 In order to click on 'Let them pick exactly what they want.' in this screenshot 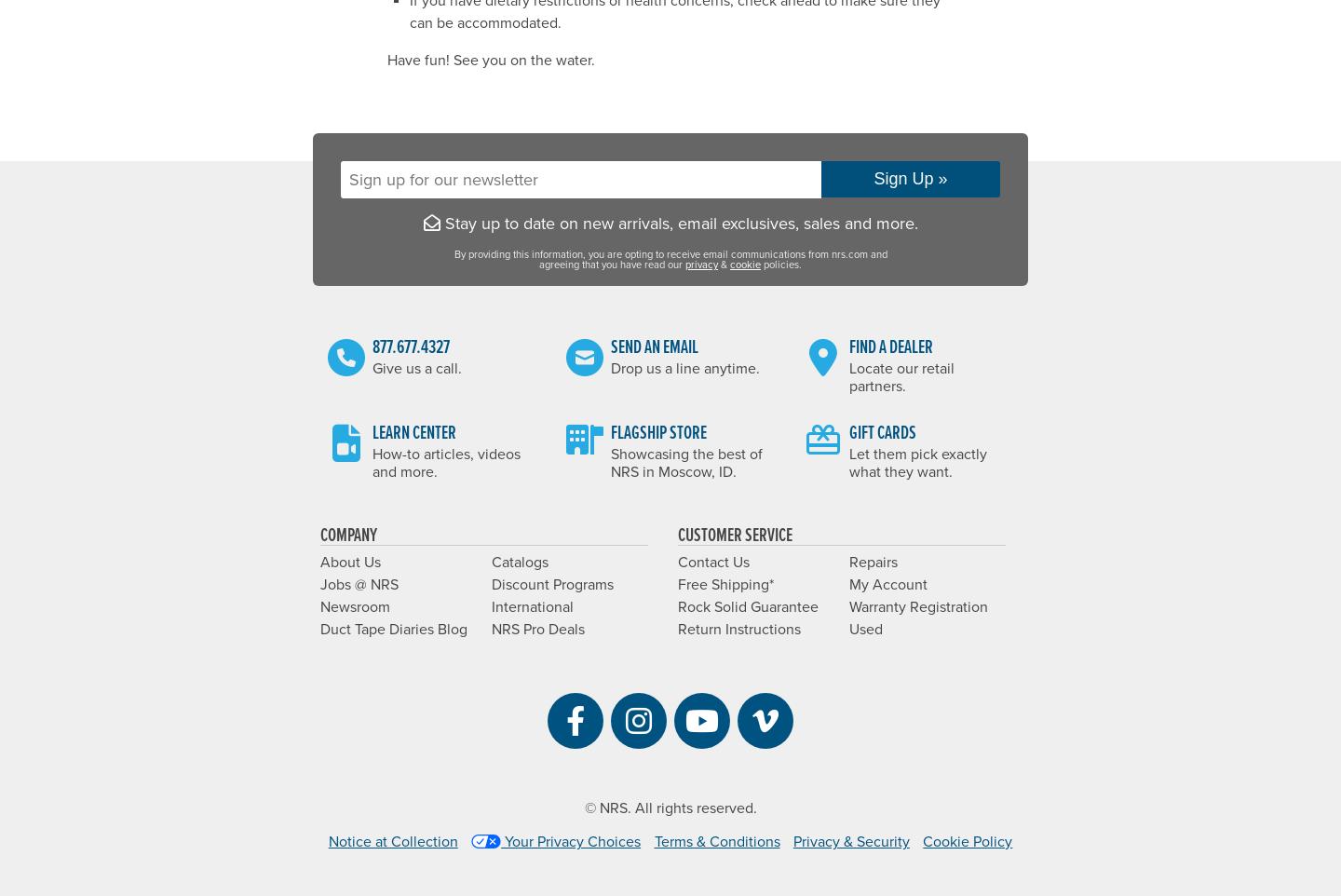, I will do `click(916, 461)`.